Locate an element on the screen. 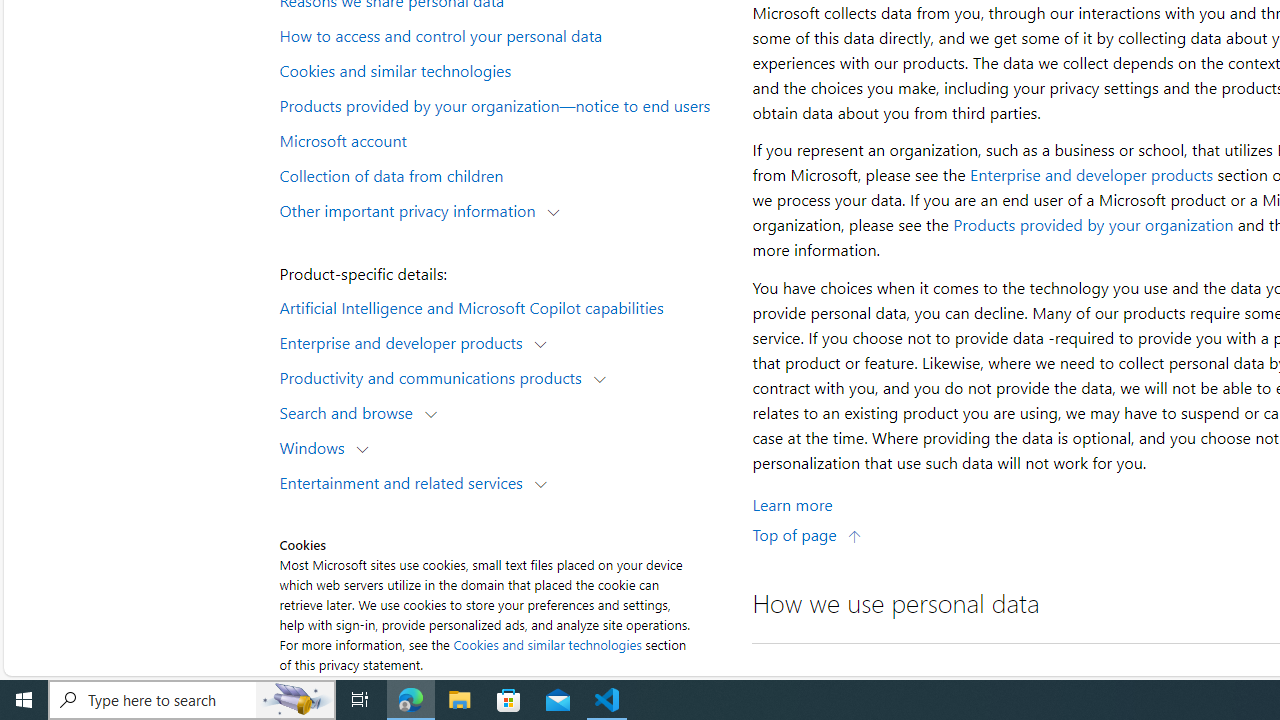 This screenshot has height=720, width=1280. 'Microsoft account' is located at coordinates (504, 138).